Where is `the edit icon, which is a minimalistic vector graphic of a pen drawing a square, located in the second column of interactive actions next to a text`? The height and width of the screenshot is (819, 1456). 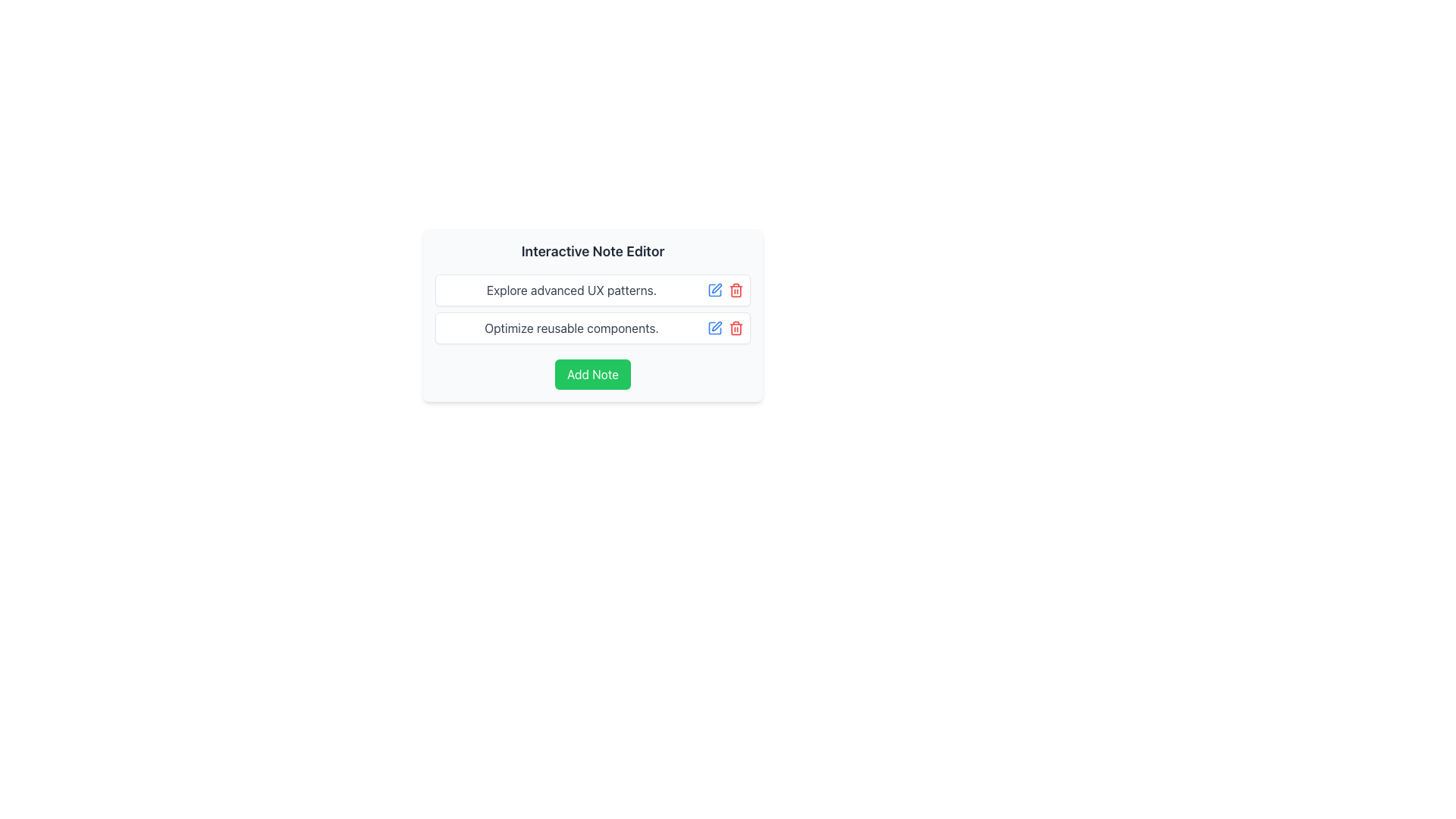
the edit icon, which is a minimalistic vector graphic of a pen drawing a square, located in the second column of interactive actions next to a text is located at coordinates (716, 325).